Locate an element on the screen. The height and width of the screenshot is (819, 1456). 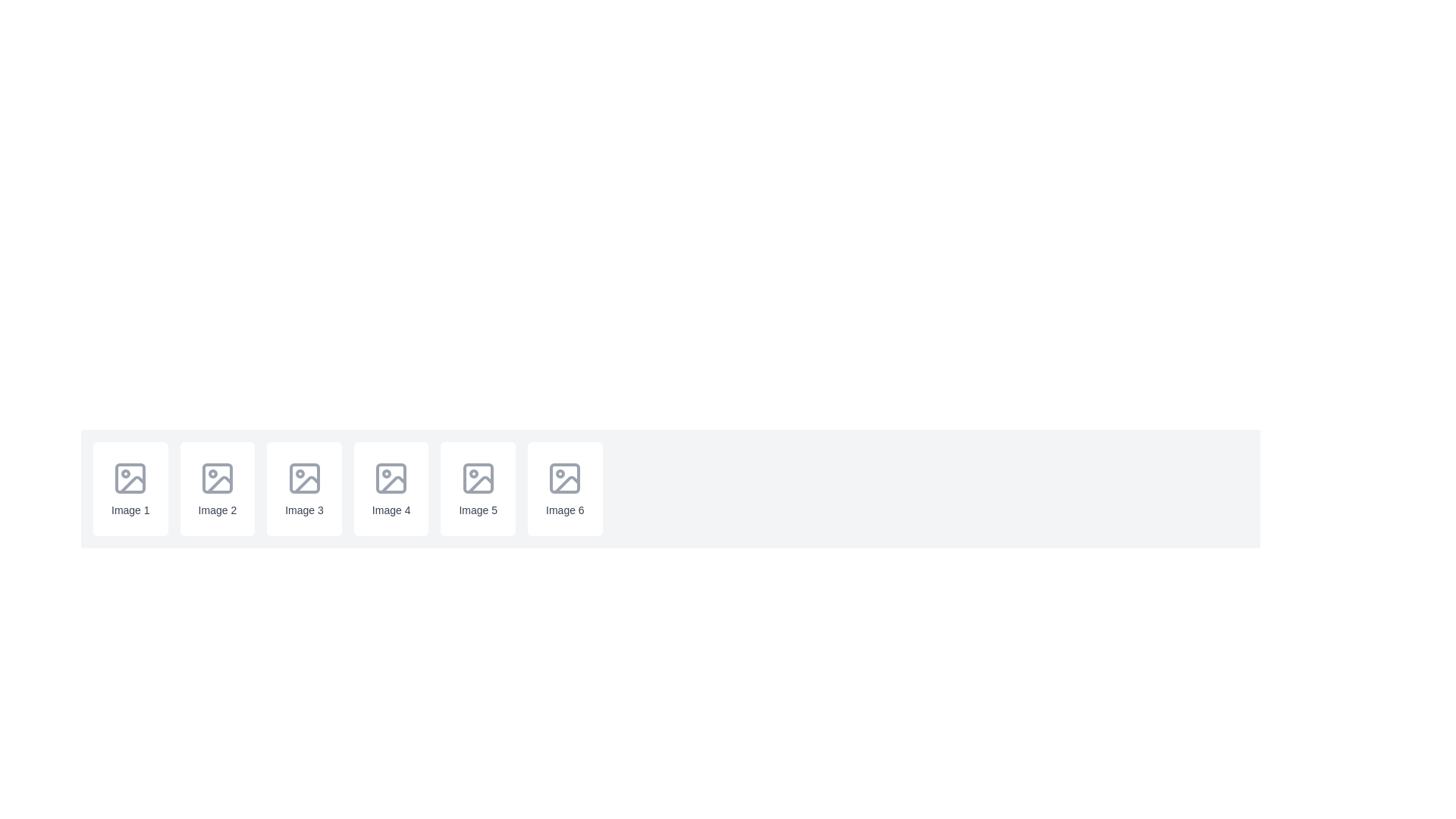
the text label located centrally beneath the associated image icon in the fifth item of a horizontally-aligned grid of image placeholders is located at coordinates (477, 510).